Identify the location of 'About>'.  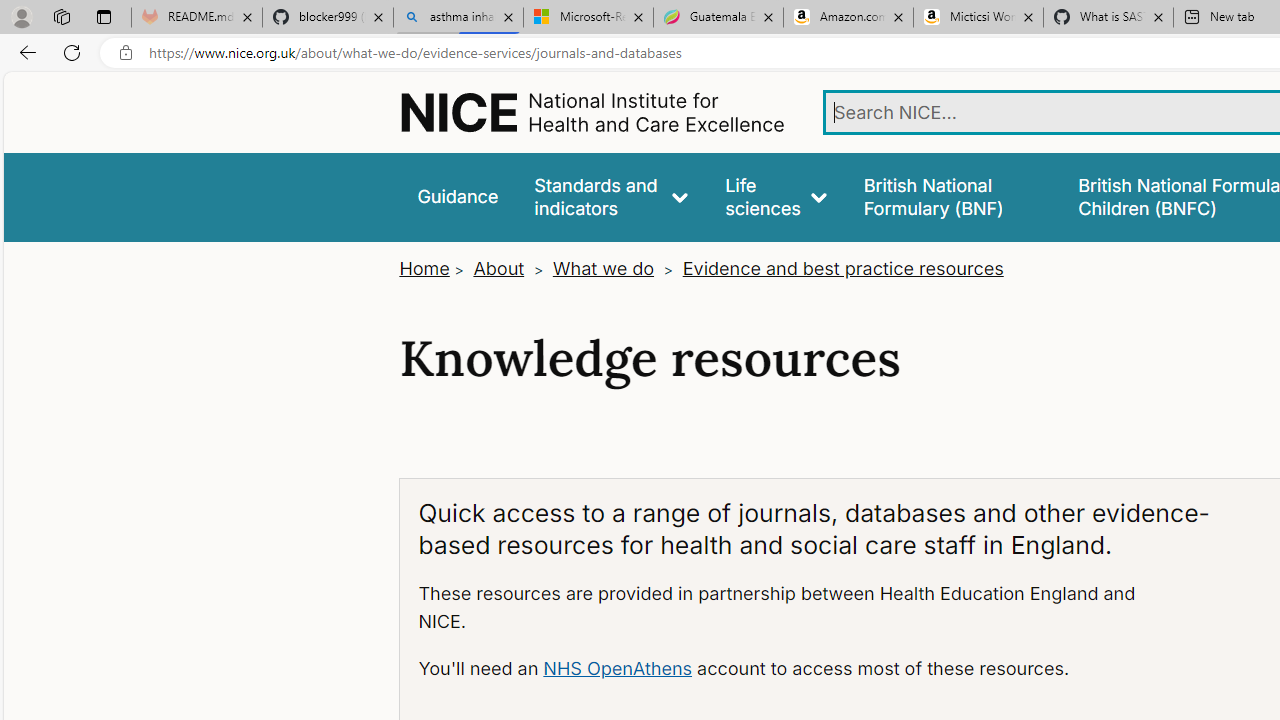
(510, 268).